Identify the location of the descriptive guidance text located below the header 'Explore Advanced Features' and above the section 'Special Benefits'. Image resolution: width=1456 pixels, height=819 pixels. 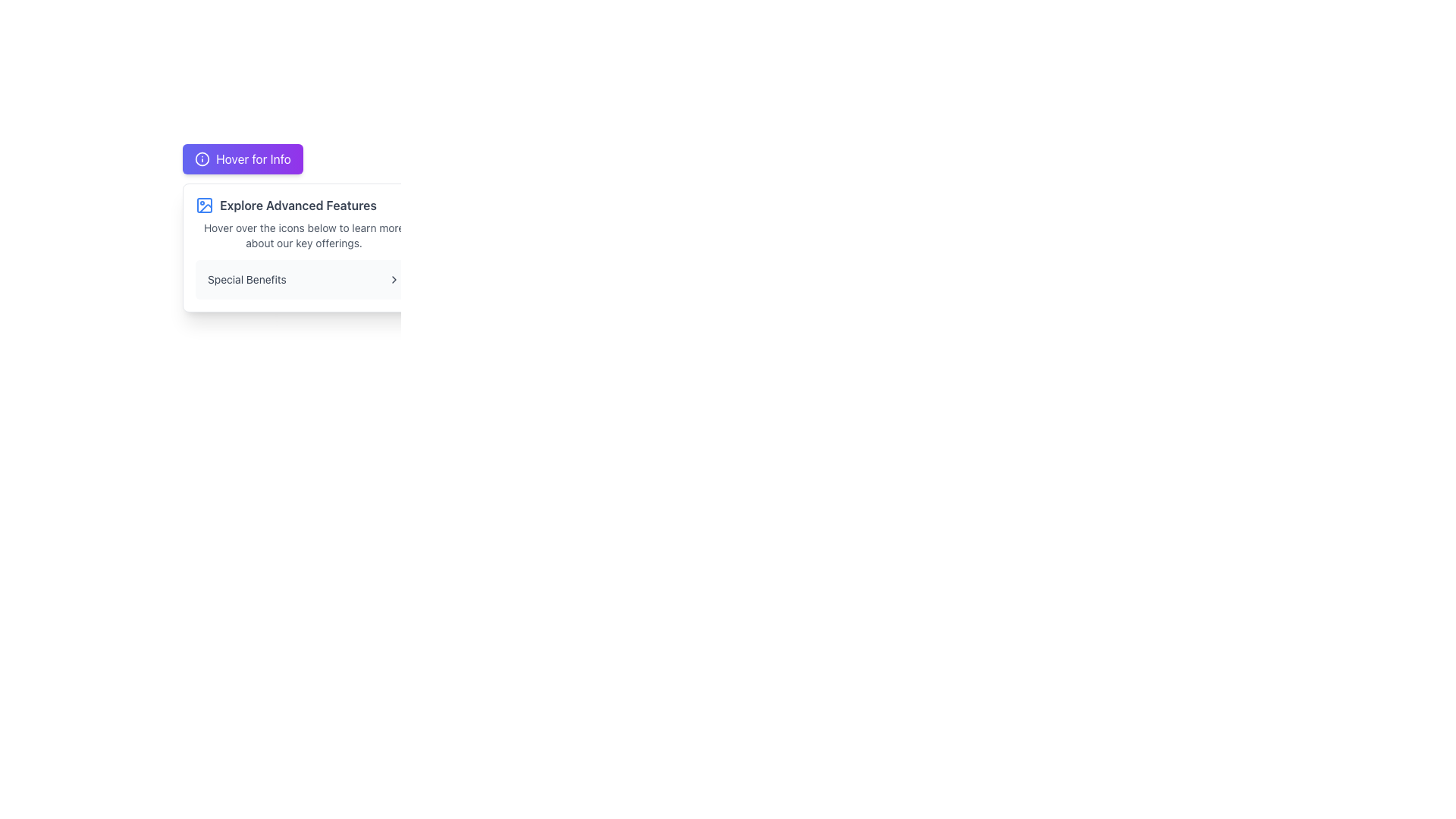
(303, 236).